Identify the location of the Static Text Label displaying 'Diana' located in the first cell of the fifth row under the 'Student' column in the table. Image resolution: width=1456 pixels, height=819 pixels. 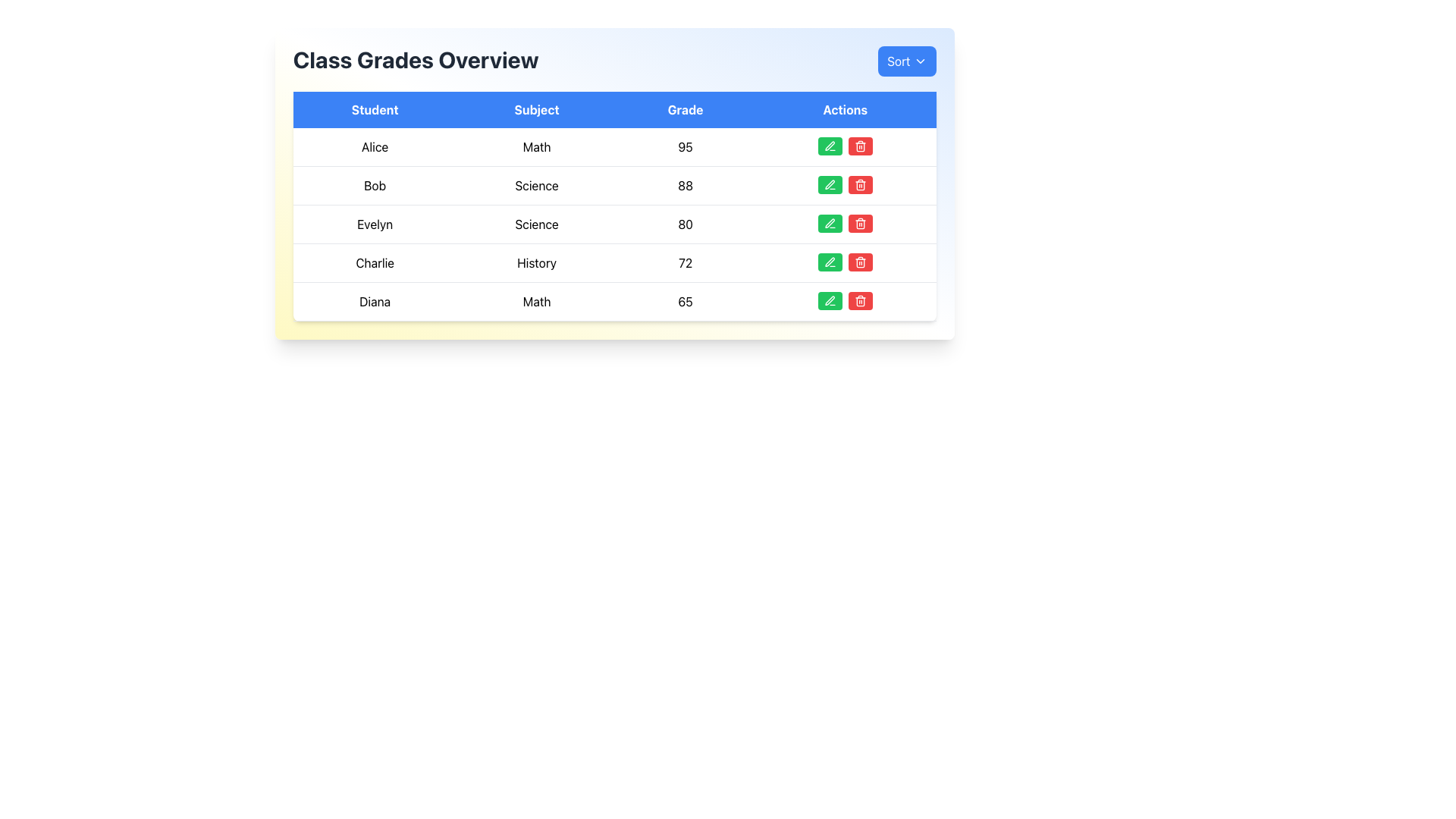
(375, 301).